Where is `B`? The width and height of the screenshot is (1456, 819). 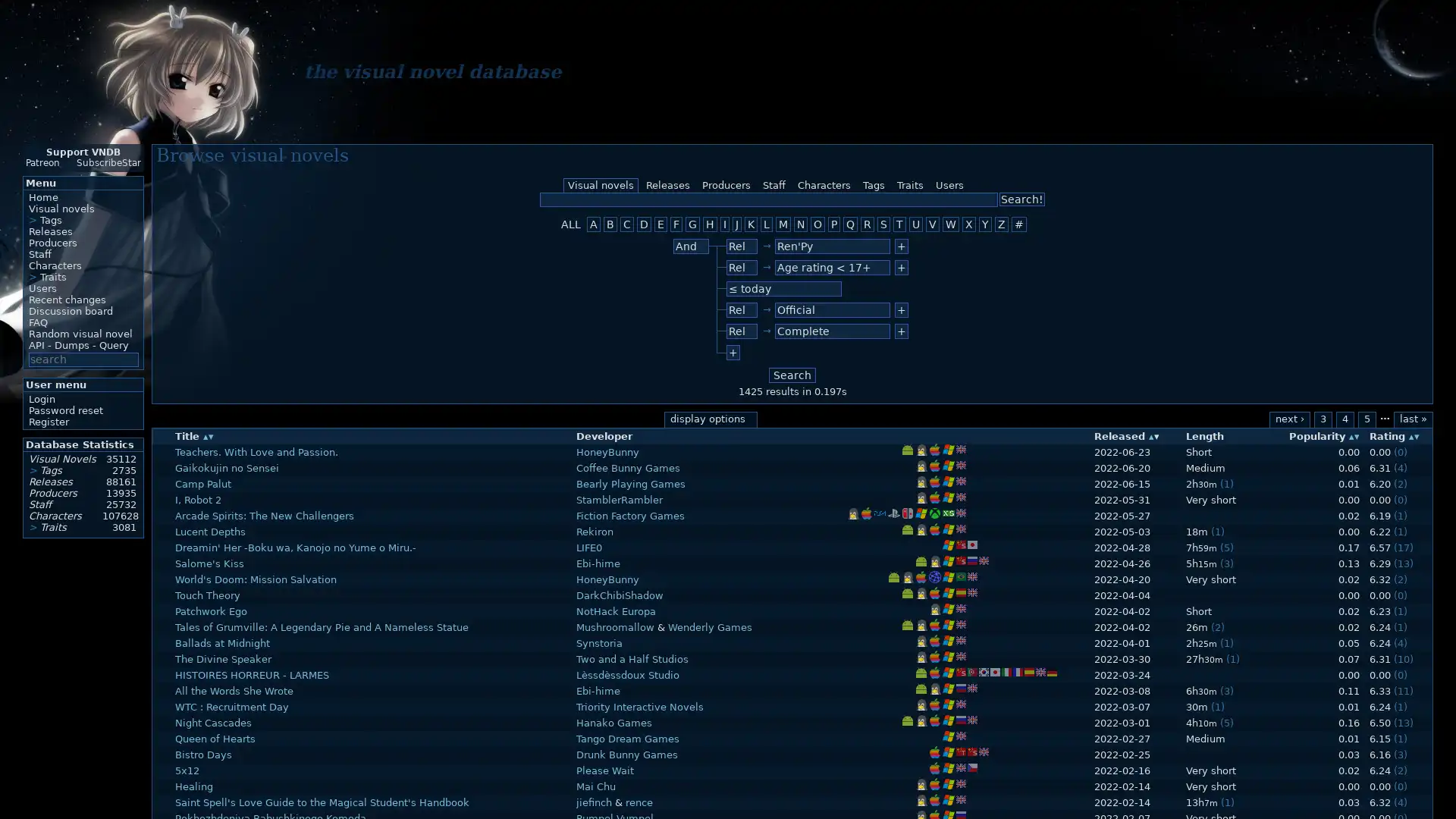
B is located at coordinates (610, 224).